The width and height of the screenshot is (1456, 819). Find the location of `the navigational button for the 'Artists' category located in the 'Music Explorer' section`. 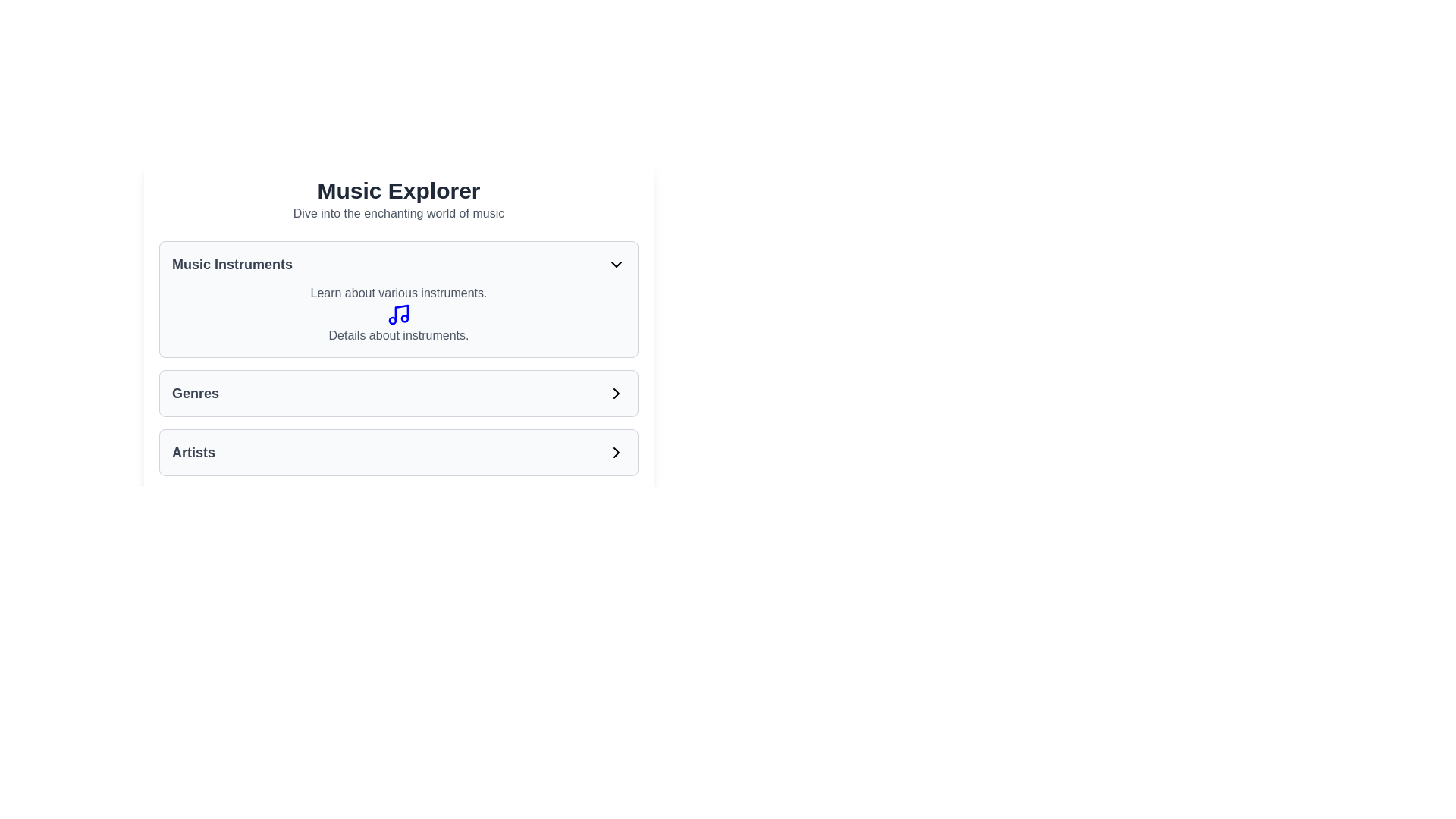

the navigational button for the 'Artists' category located in the 'Music Explorer' section is located at coordinates (399, 452).